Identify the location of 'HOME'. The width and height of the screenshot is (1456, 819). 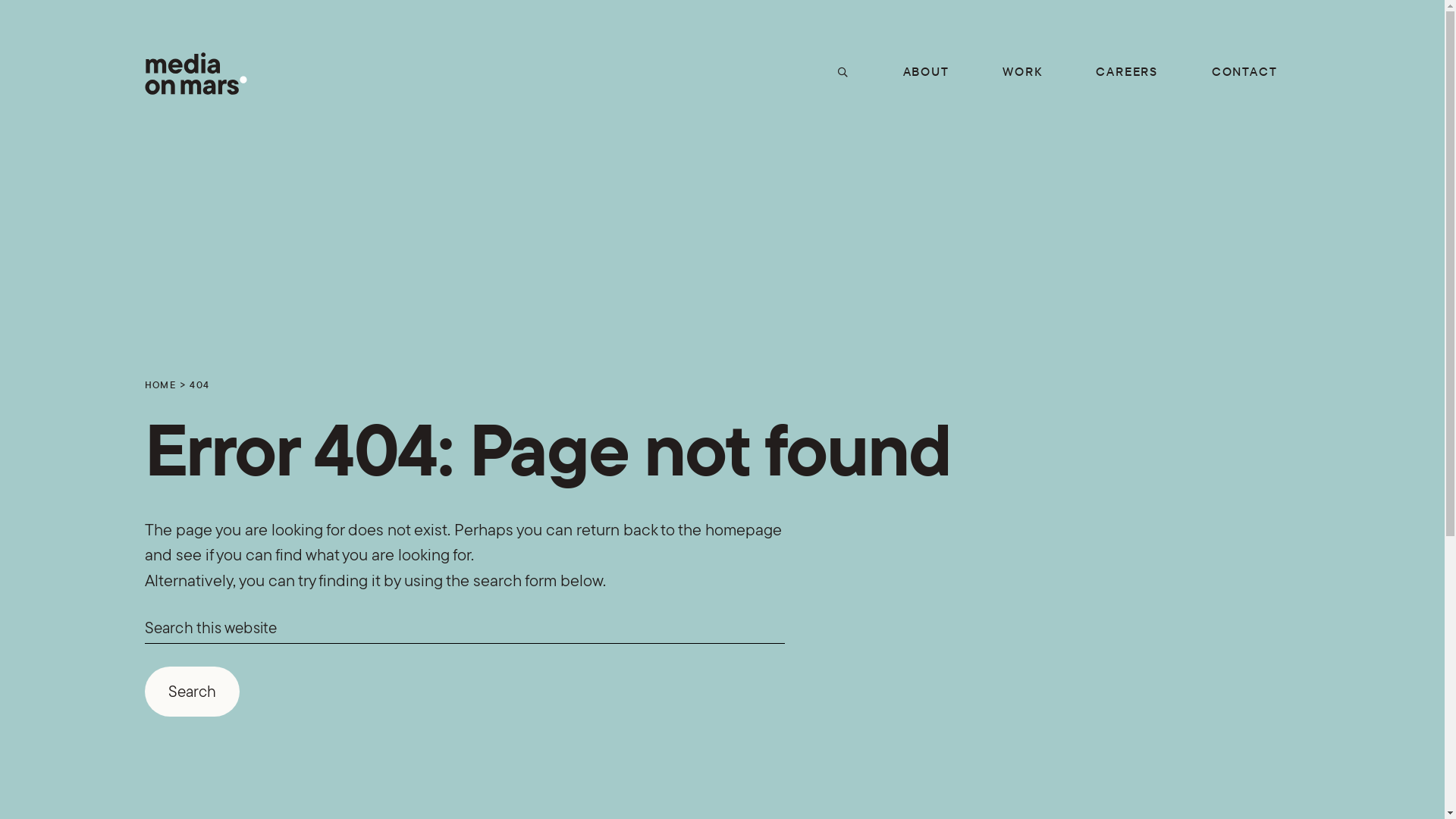
(160, 383).